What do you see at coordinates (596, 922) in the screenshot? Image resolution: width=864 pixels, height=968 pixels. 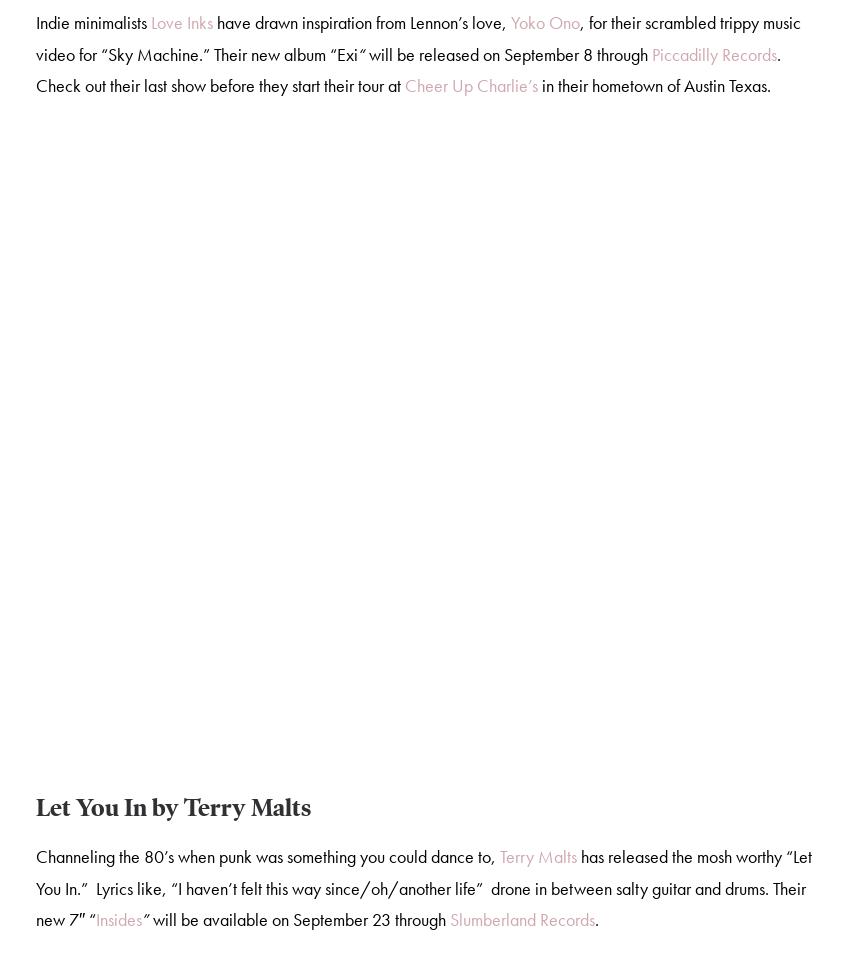 I see `'.'` at bounding box center [596, 922].